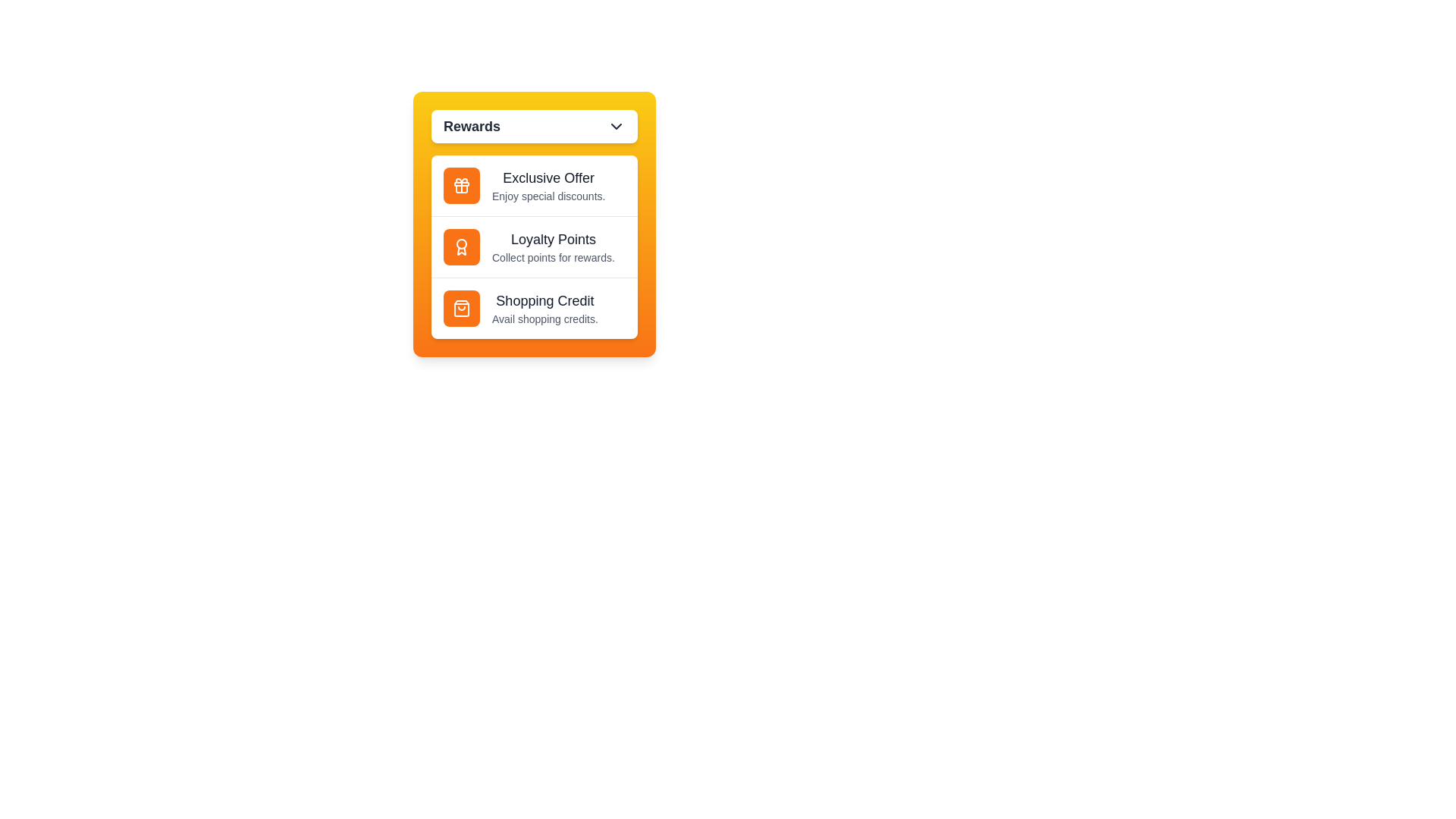 The height and width of the screenshot is (819, 1456). Describe the element at coordinates (535, 245) in the screenshot. I see `the 'Loyalty Points' informational list item, which is the second item in a vertical list within a card-like section` at that location.